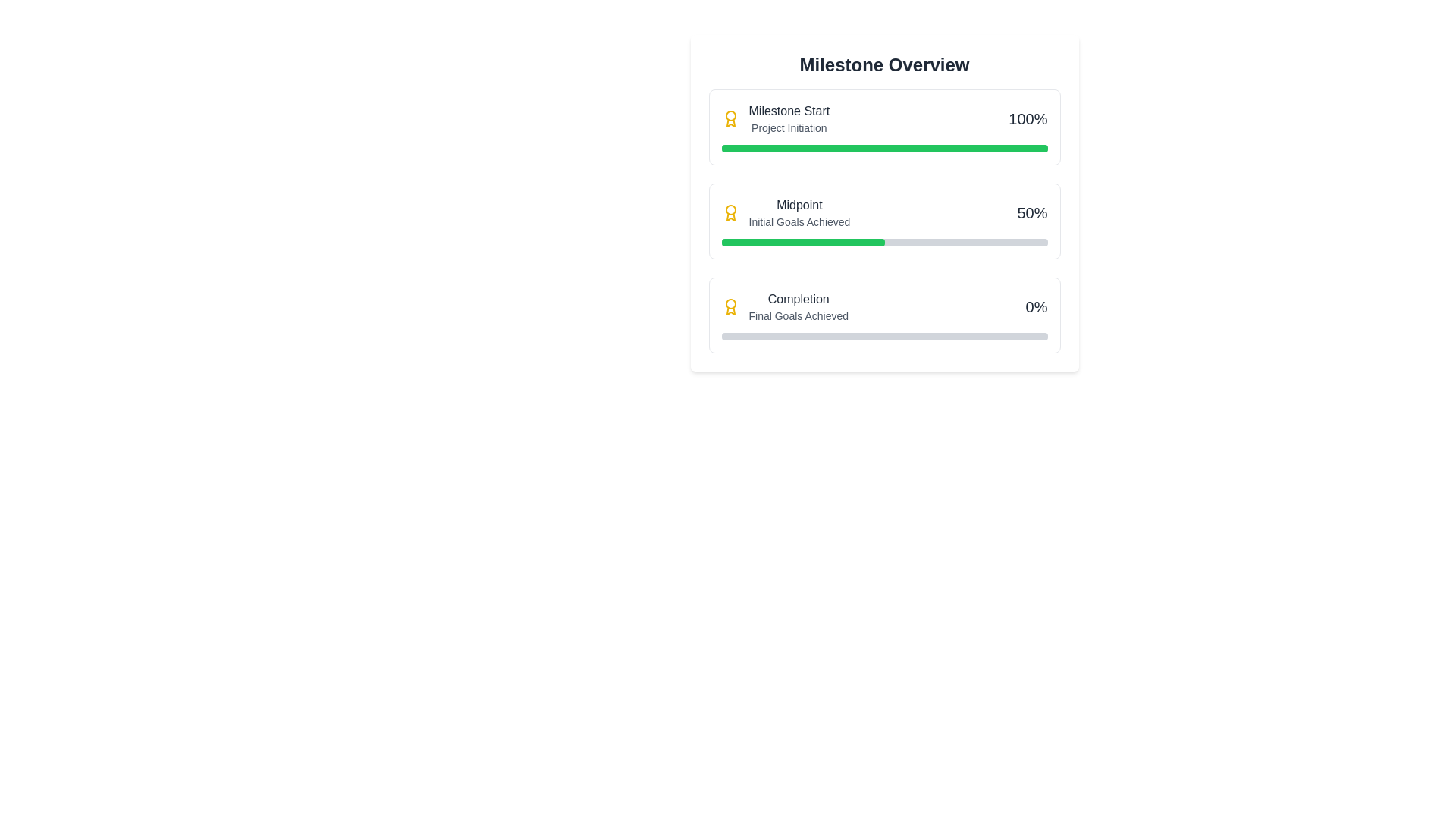 The image size is (1456, 819). What do you see at coordinates (789, 118) in the screenshot?
I see `displayed text of the milestone indicator labeled 'Milestone Start' and 'Project Initiation', which is visually identified by its bold and lighter gray font and positioned to the right of a yellow-colored award icon` at bounding box center [789, 118].